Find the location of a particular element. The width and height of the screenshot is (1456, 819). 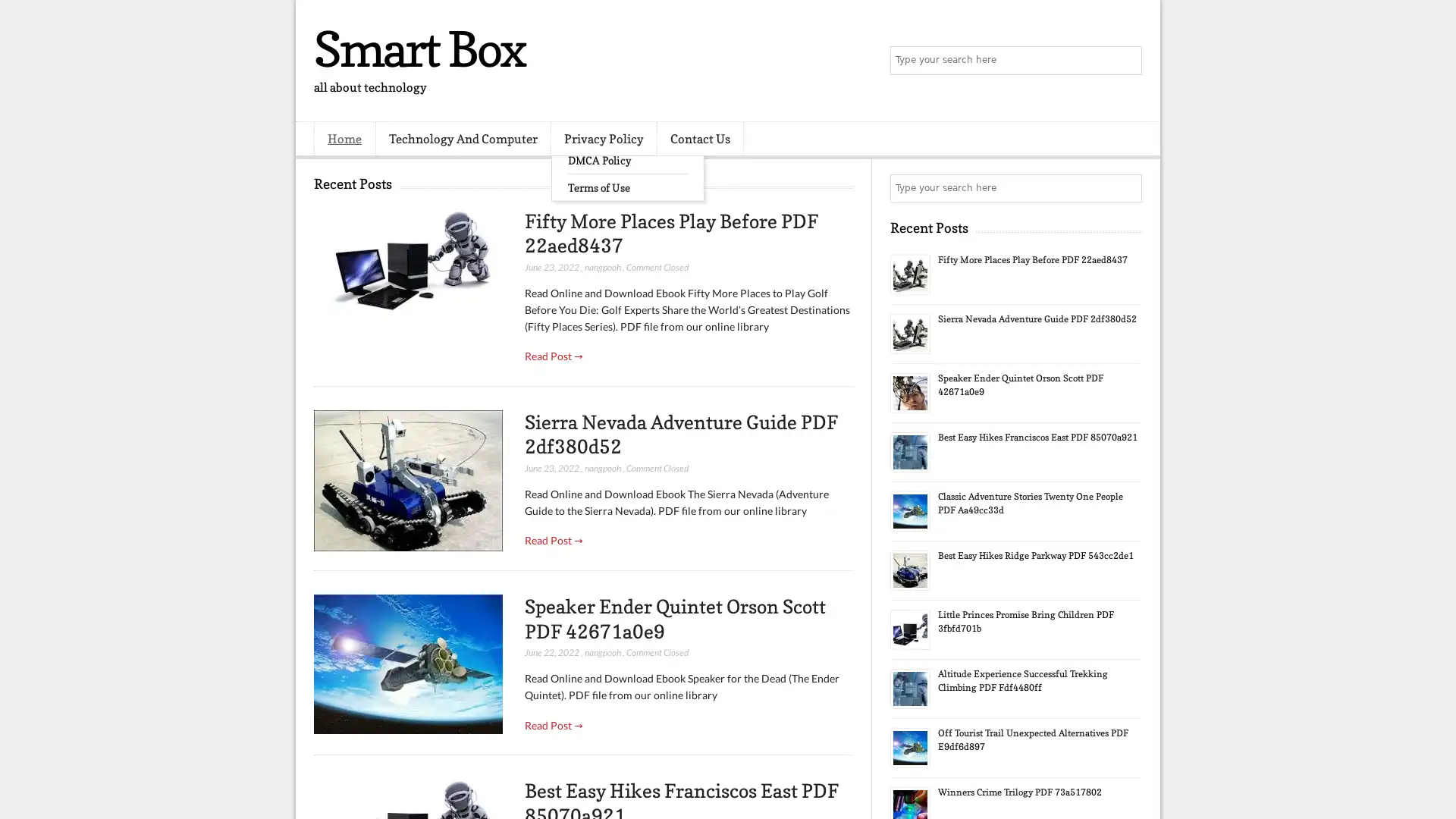

Search is located at coordinates (1126, 188).